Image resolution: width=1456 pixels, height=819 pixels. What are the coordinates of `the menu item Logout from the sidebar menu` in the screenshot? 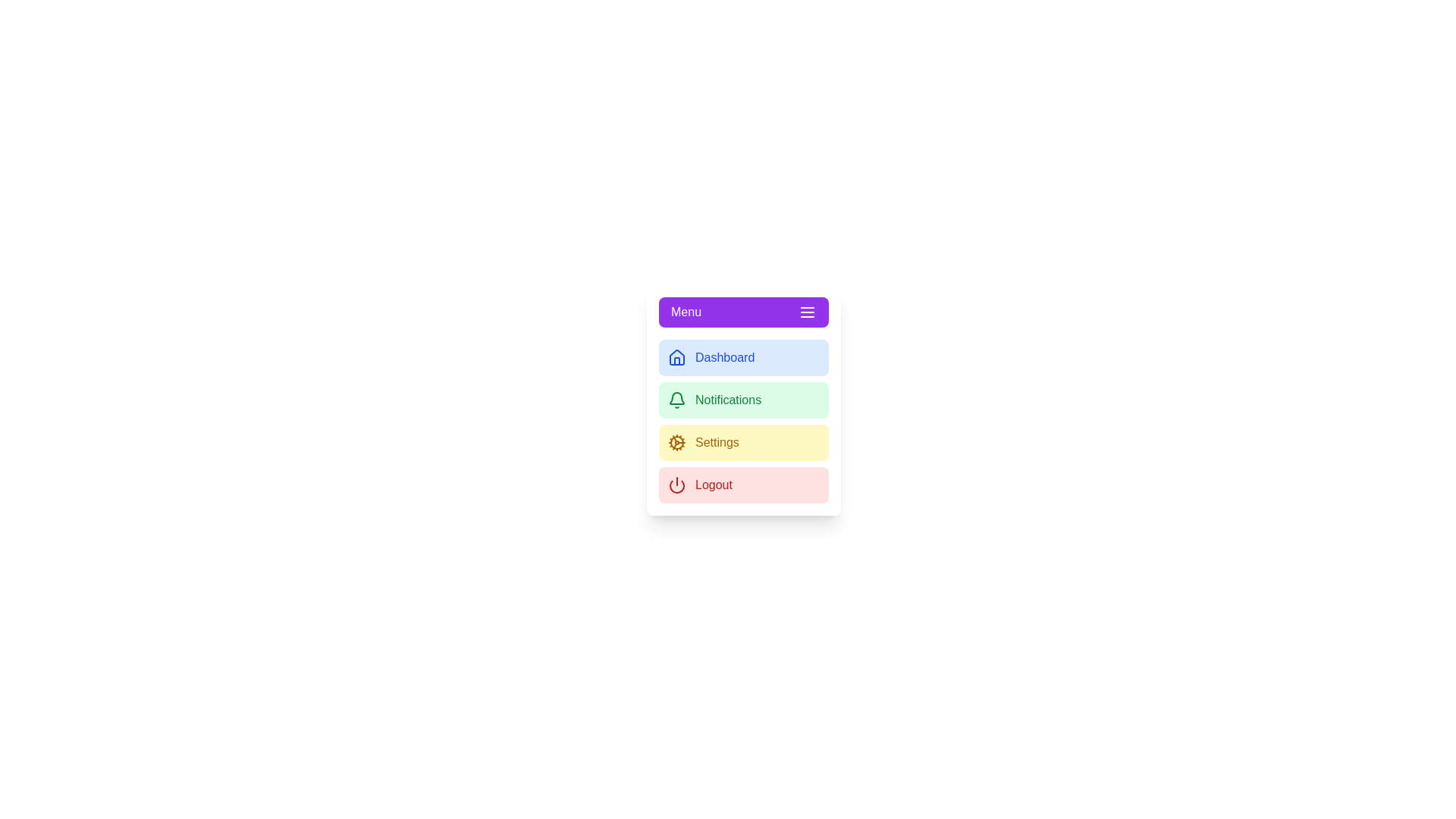 It's located at (743, 485).